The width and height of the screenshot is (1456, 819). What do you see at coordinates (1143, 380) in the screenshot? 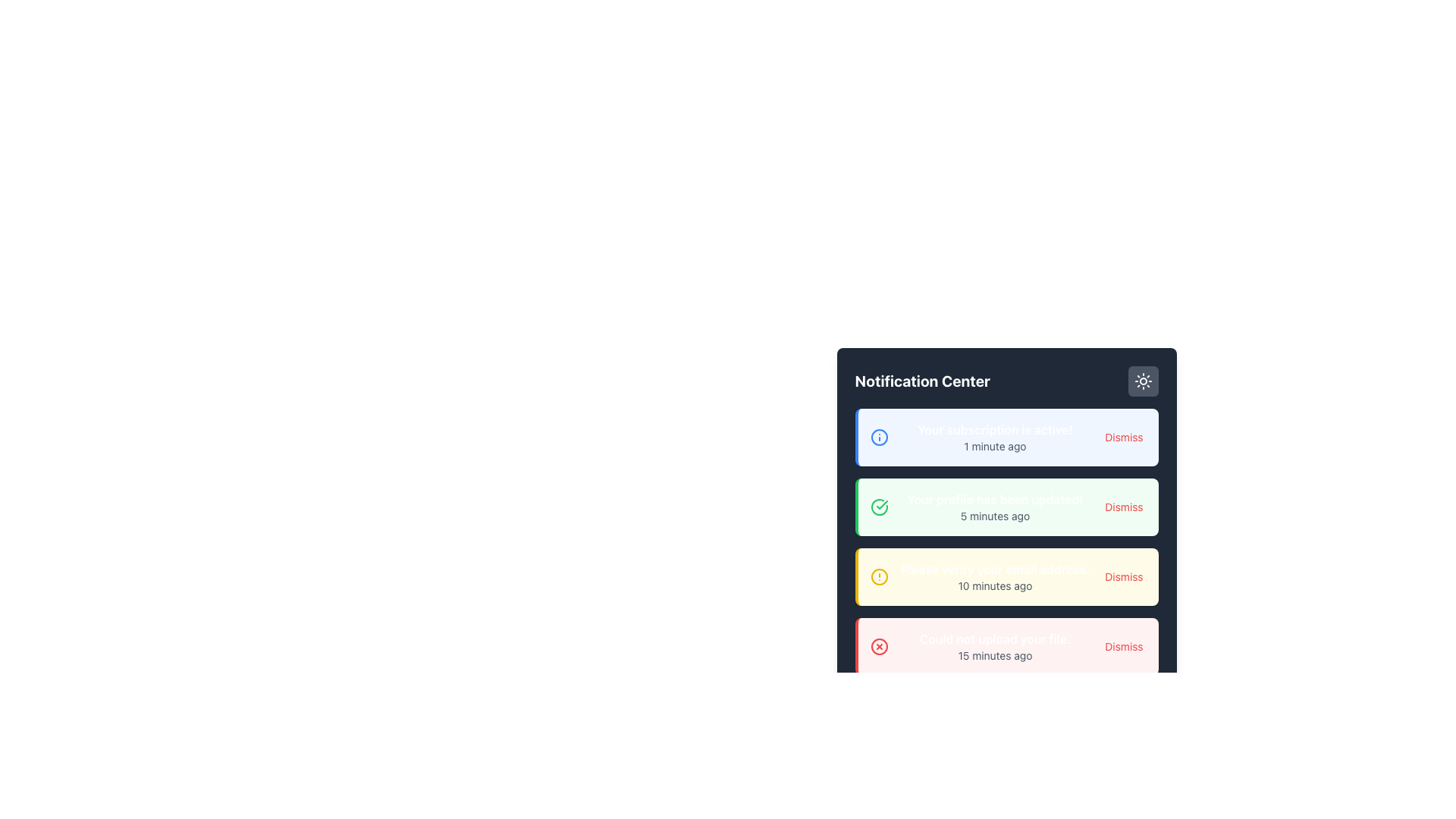
I see `the circular button with a stylized sun icon located in the upper-right corner of the 'Notification Center'` at bounding box center [1143, 380].